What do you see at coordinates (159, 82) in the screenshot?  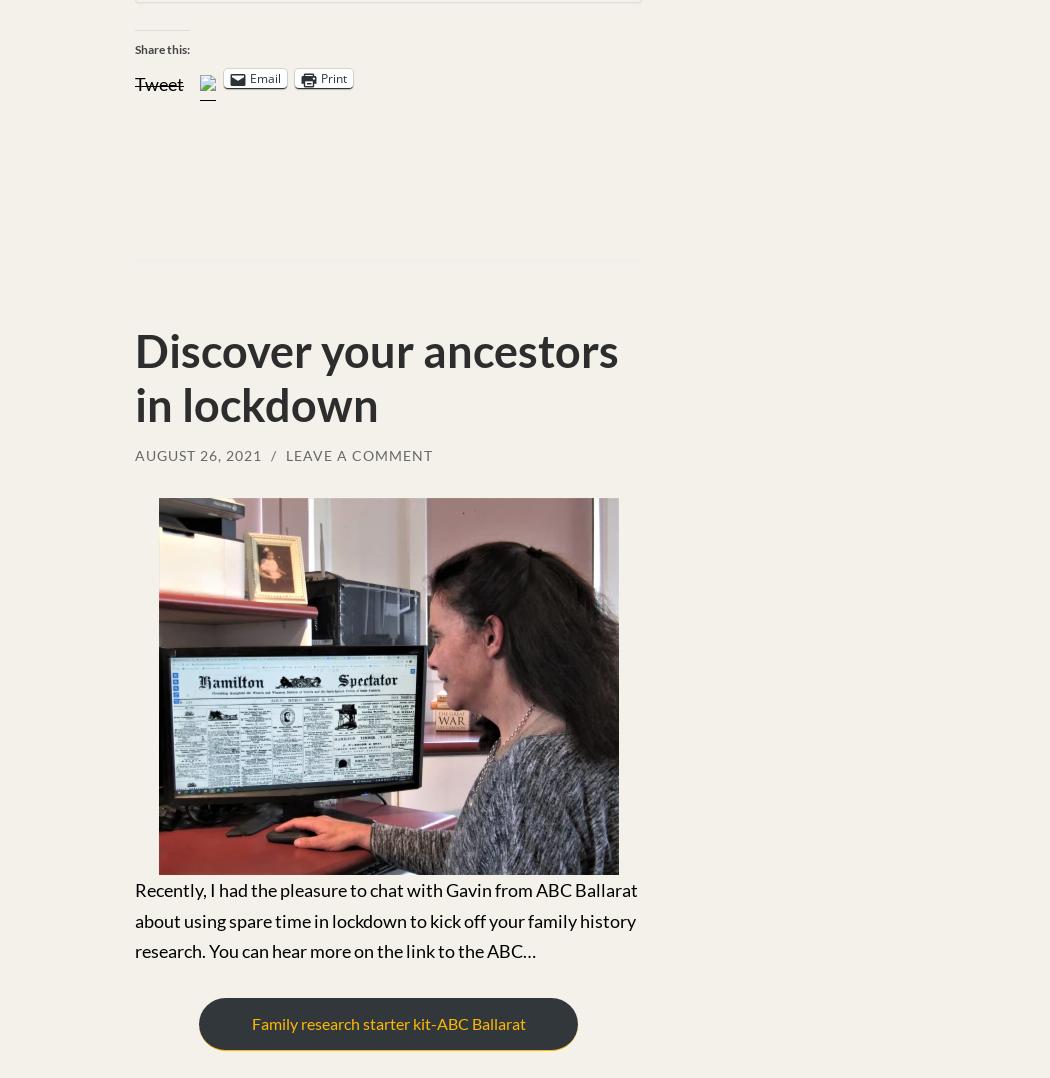 I see `'Tweet'` at bounding box center [159, 82].